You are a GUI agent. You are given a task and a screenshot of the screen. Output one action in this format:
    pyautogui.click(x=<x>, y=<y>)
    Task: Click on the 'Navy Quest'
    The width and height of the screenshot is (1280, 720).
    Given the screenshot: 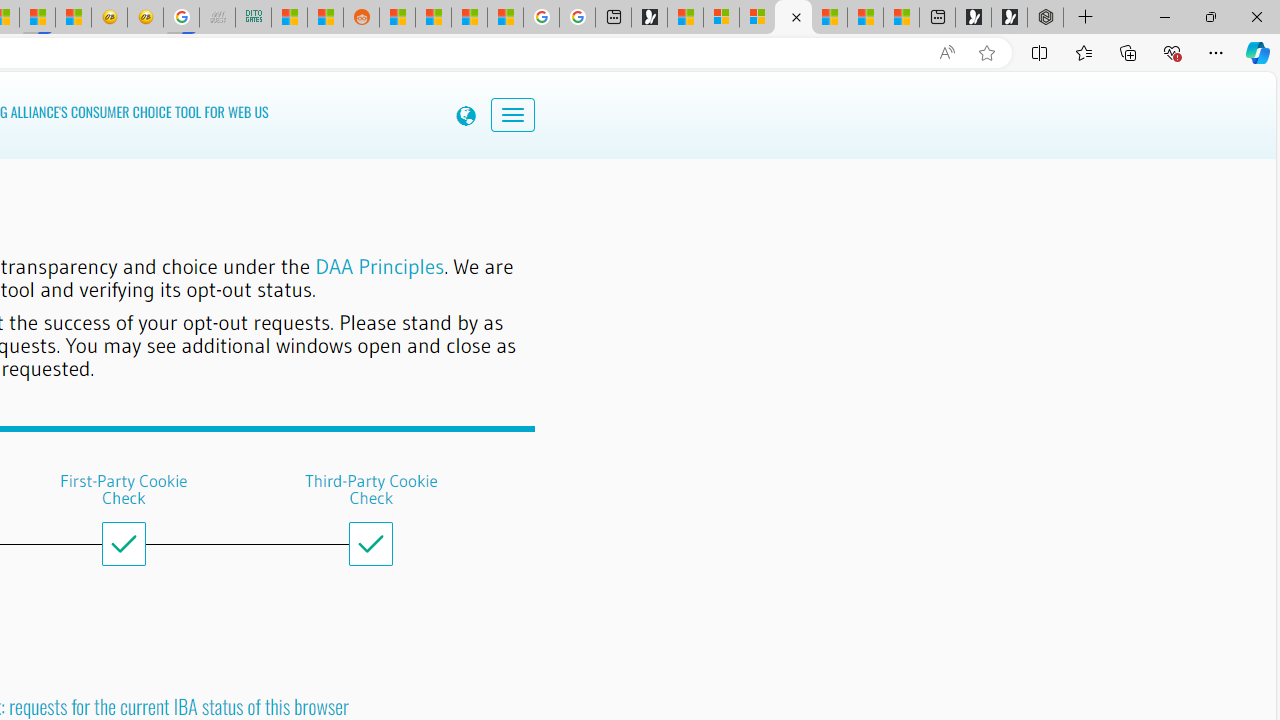 What is the action you would take?
    pyautogui.click(x=217, y=17)
    